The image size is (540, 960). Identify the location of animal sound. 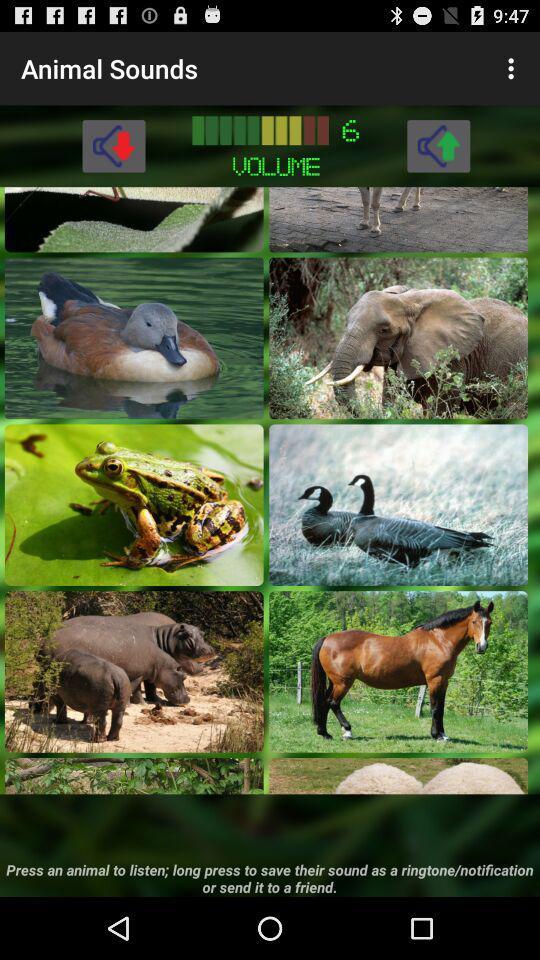
(398, 503).